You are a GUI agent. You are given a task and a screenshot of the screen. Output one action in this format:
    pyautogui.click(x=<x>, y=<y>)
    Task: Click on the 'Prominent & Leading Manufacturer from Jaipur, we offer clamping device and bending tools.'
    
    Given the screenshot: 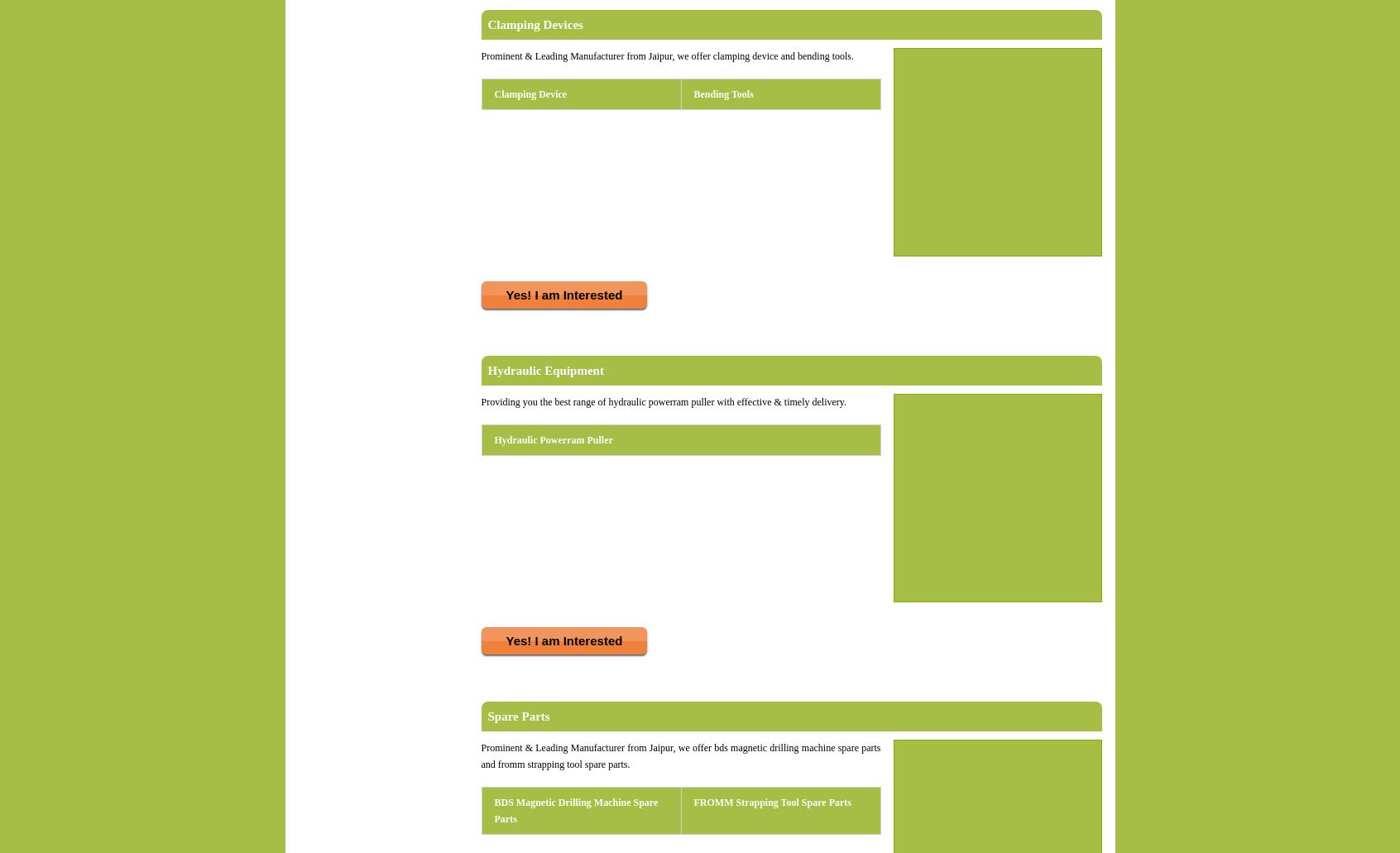 What is the action you would take?
    pyautogui.click(x=480, y=56)
    